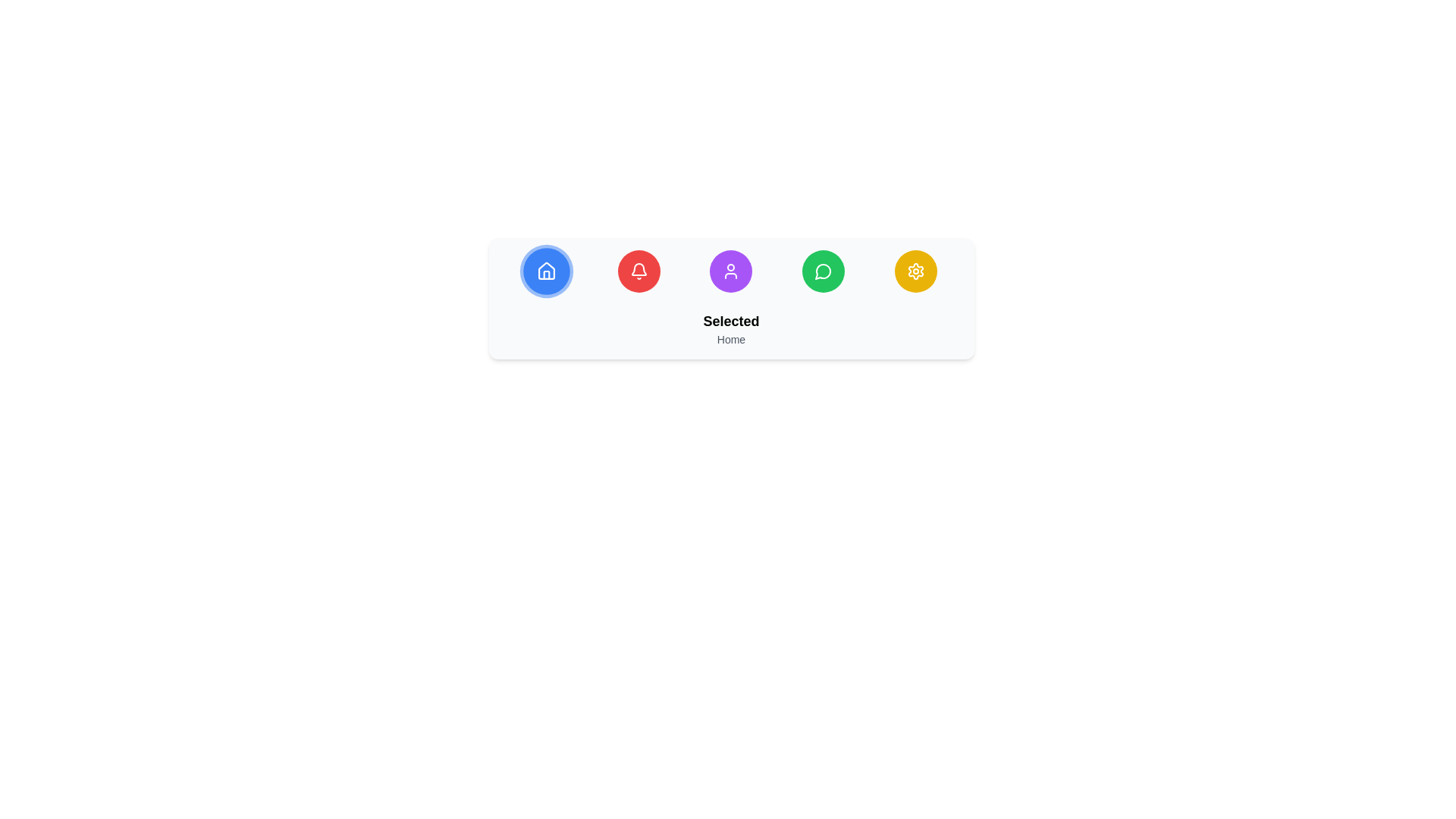 The image size is (1456, 819). What do you see at coordinates (731, 271) in the screenshot?
I see `the user profile icon button, which is the third circular icon in a row of five` at bounding box center [731, 271].